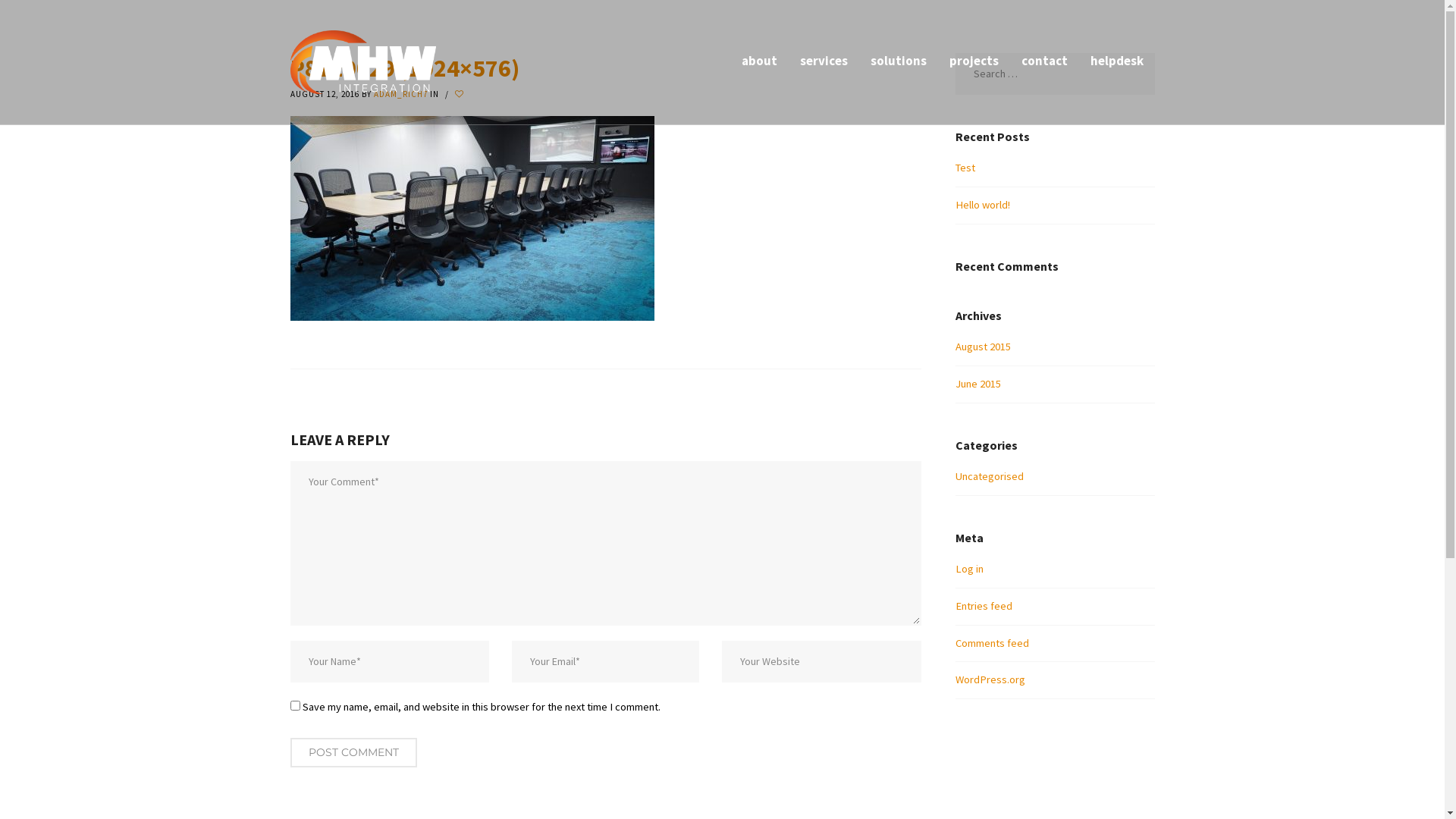  What do you see at coordinates (758, 61) in the screenshot?
I see `'about'` at bounding box center [758, 61].